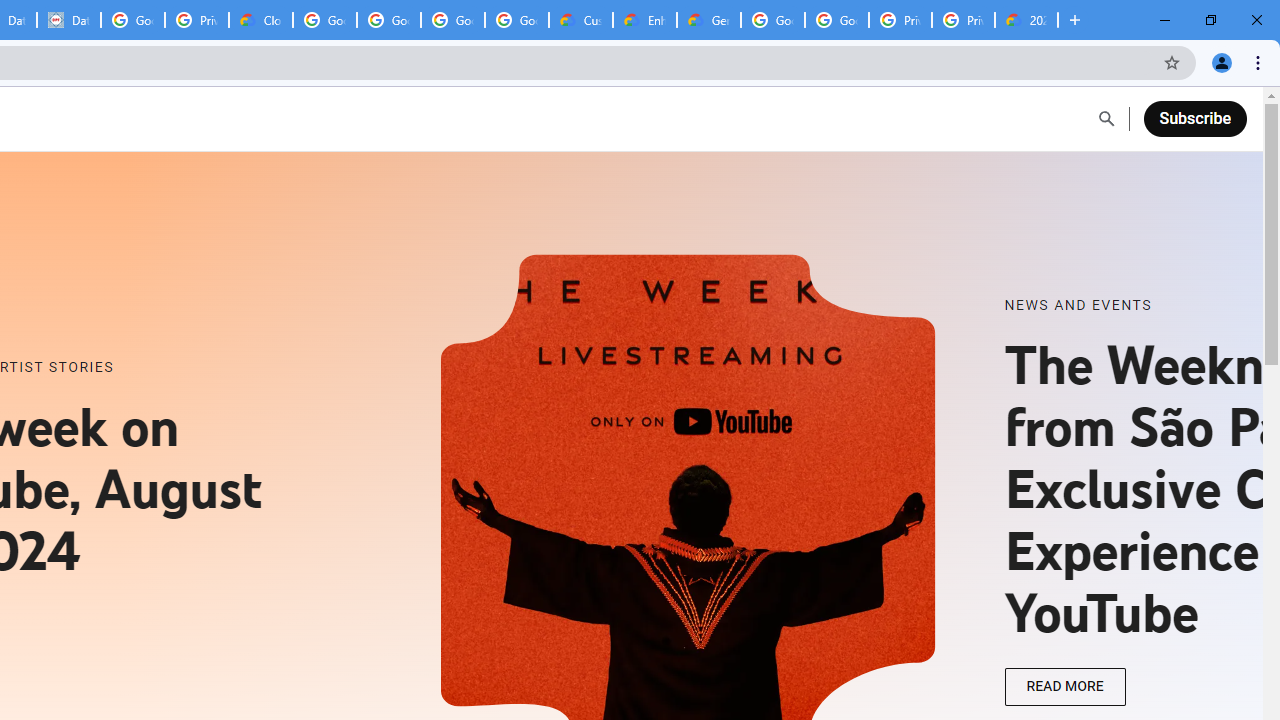 Image resolution: width=1280 pixels, height=720 pixels. What do you see at coordinates (1194, 118) in the screenshot?
I see `'Subscribe'` at bounding box center [1194, 118].